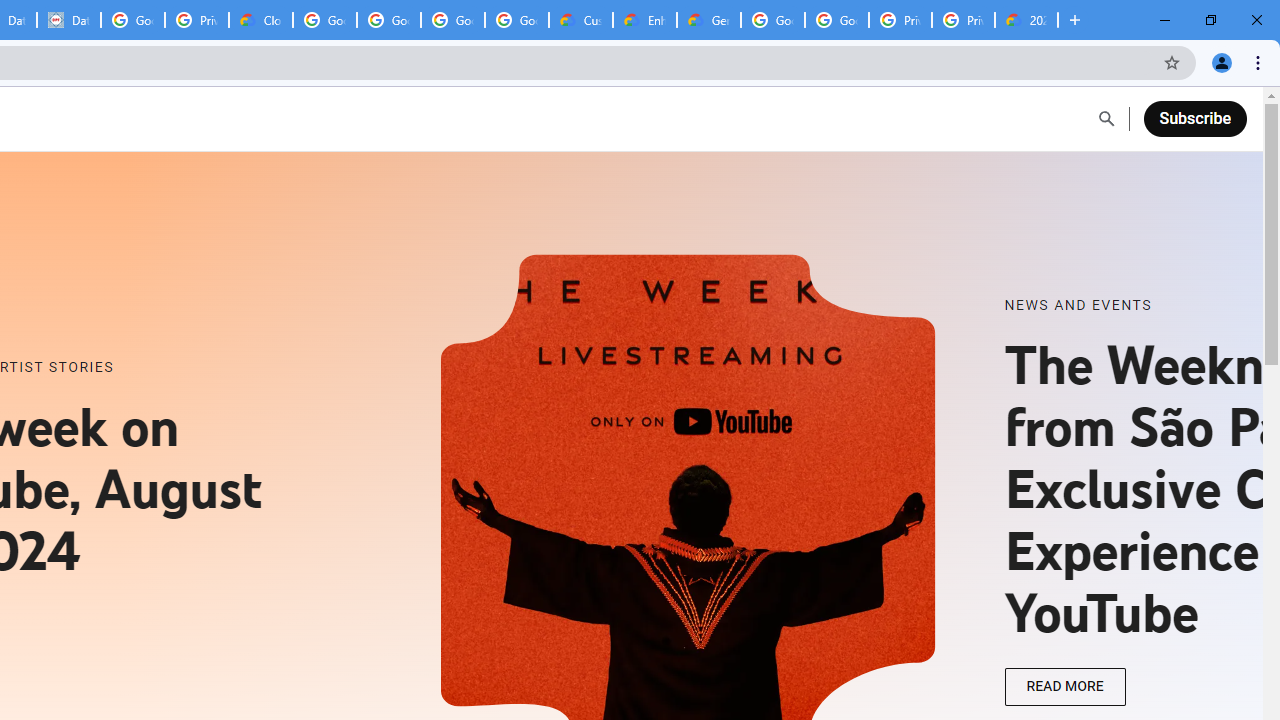 Image resolution: width=1280 pixels, height=720 pixels. What do you see at coordinates (1194, 118) in the screenshot?
I see `'Subscribe'` at bounding box center [1194, 118].